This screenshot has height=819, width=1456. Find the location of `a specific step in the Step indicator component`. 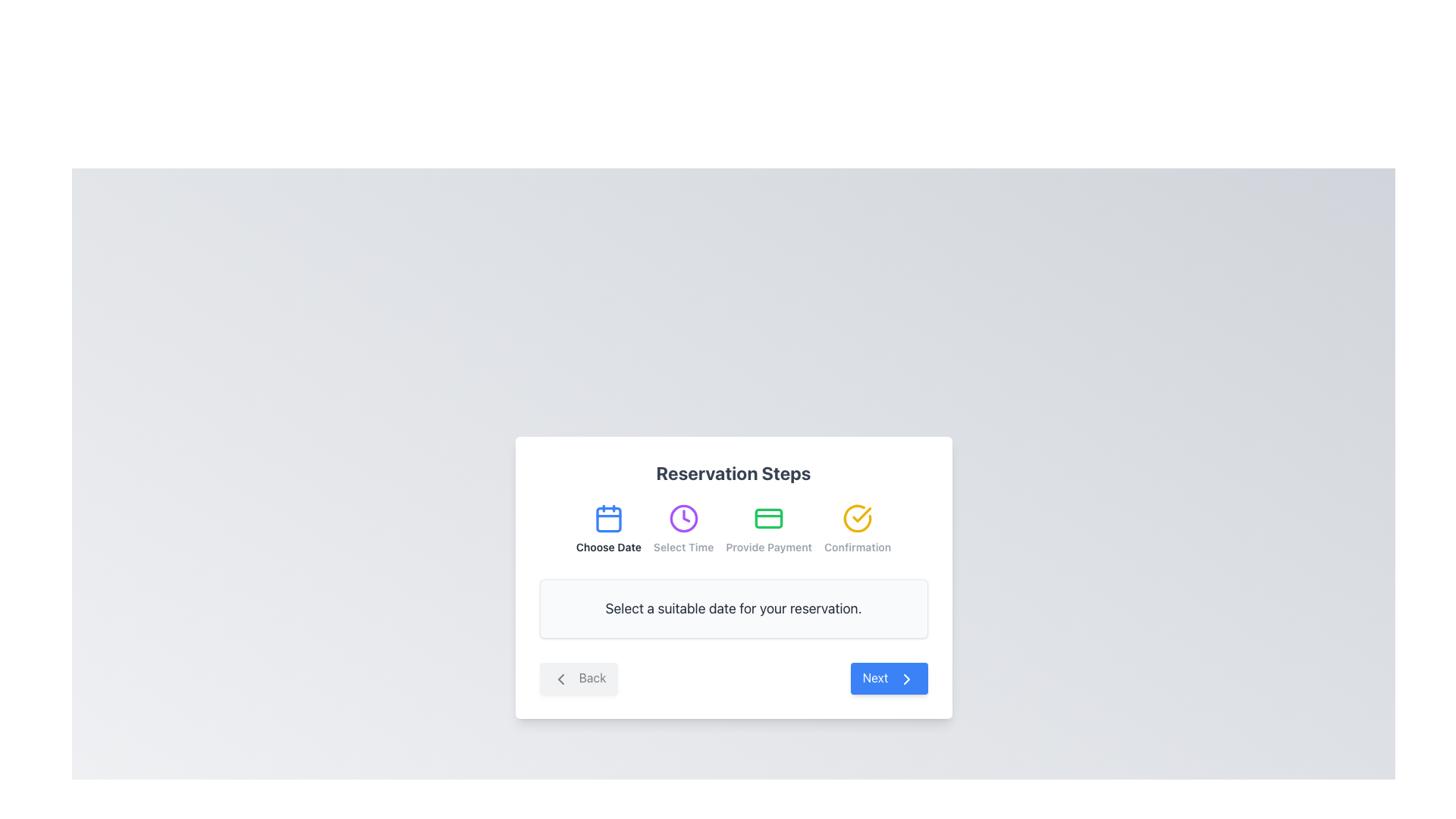

a specific step in the Step indicator component is located at coordinates (733, 529).